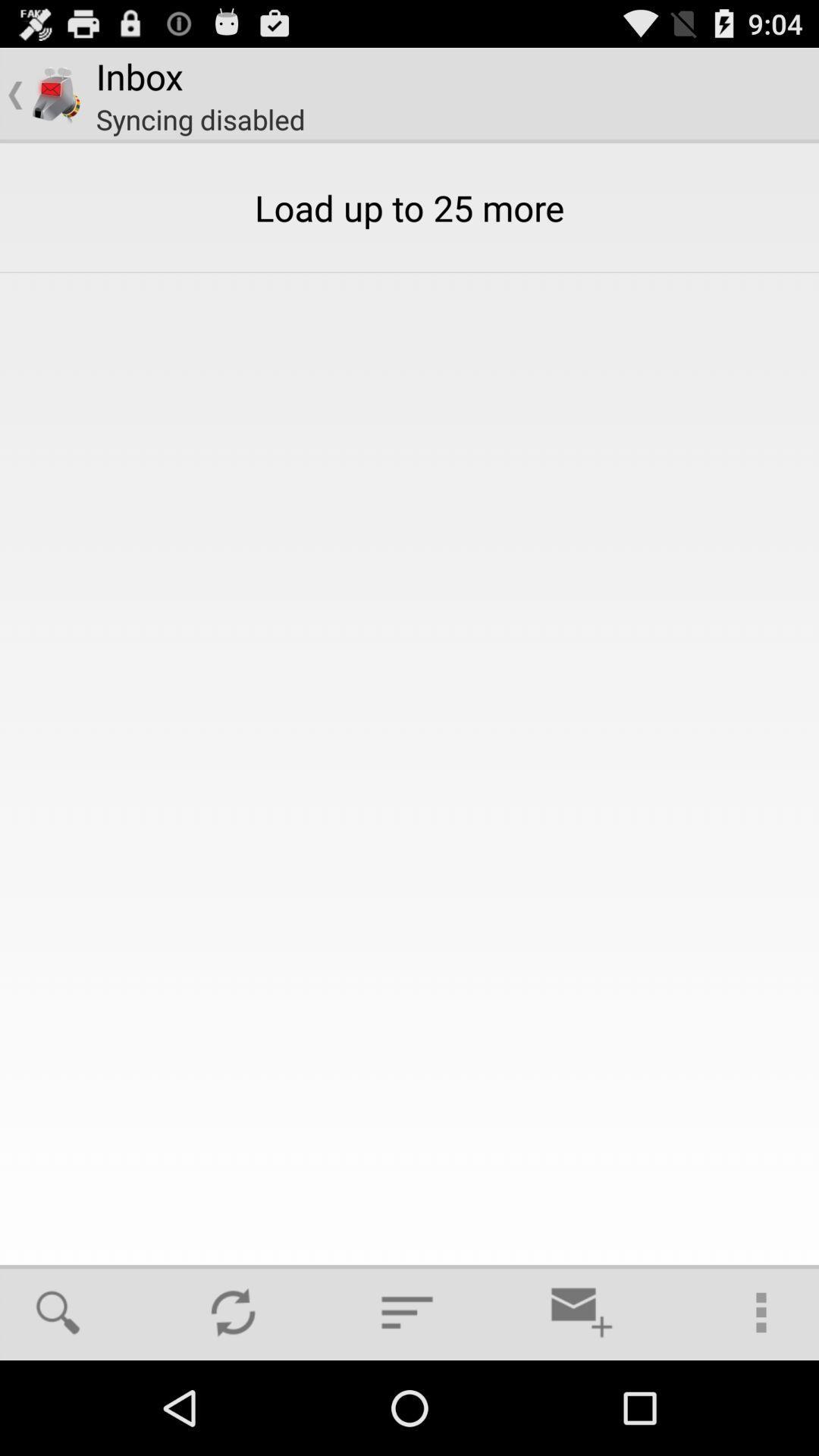 The height and width of the screenshot is (1456, 819). Describe the element at coordinates (406, 1312) in the screenshot. I see `item below the load up to item` at that location.